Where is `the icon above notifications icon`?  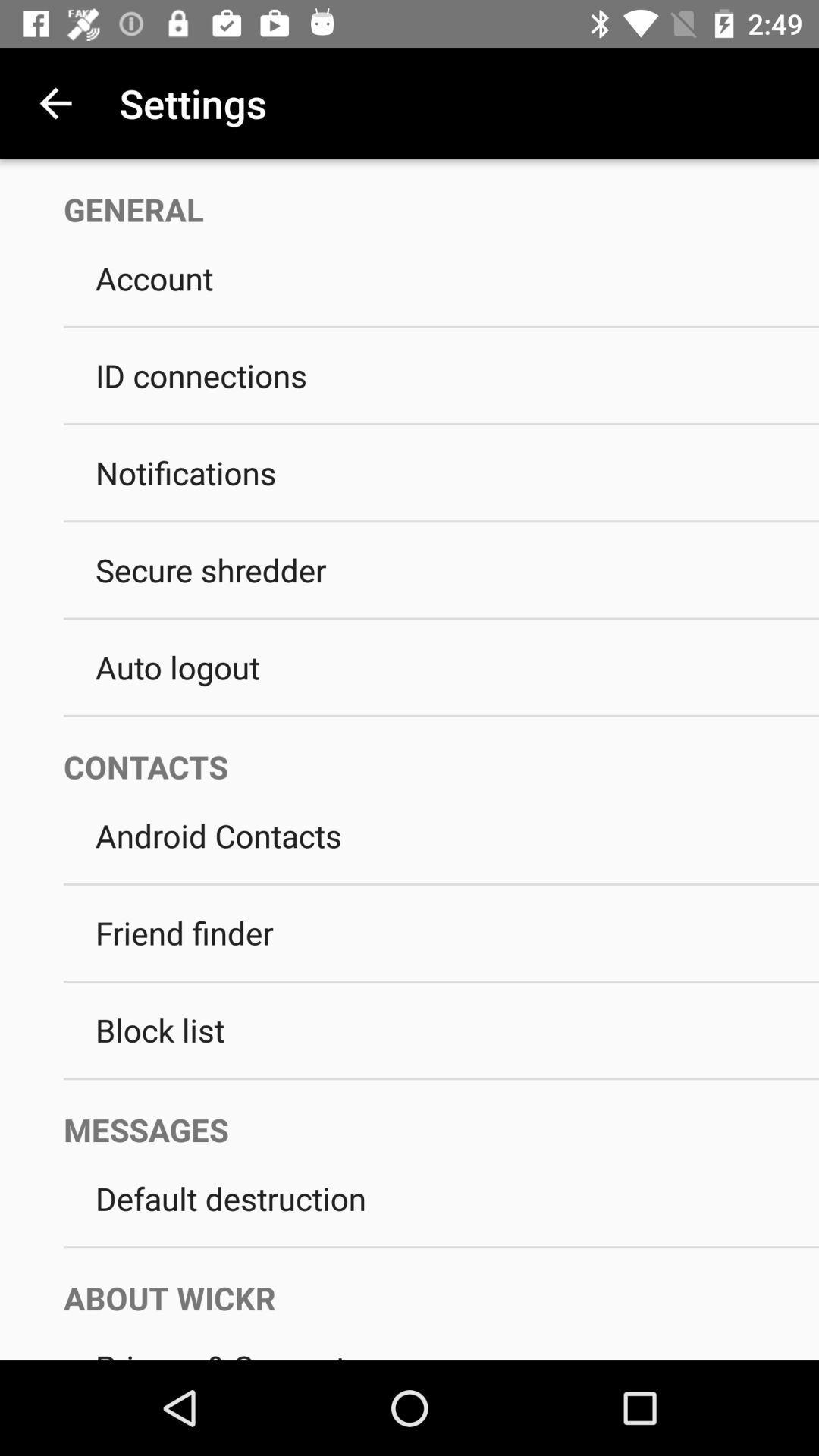
the icon above notifications icon is located at coordinates (441, 424).